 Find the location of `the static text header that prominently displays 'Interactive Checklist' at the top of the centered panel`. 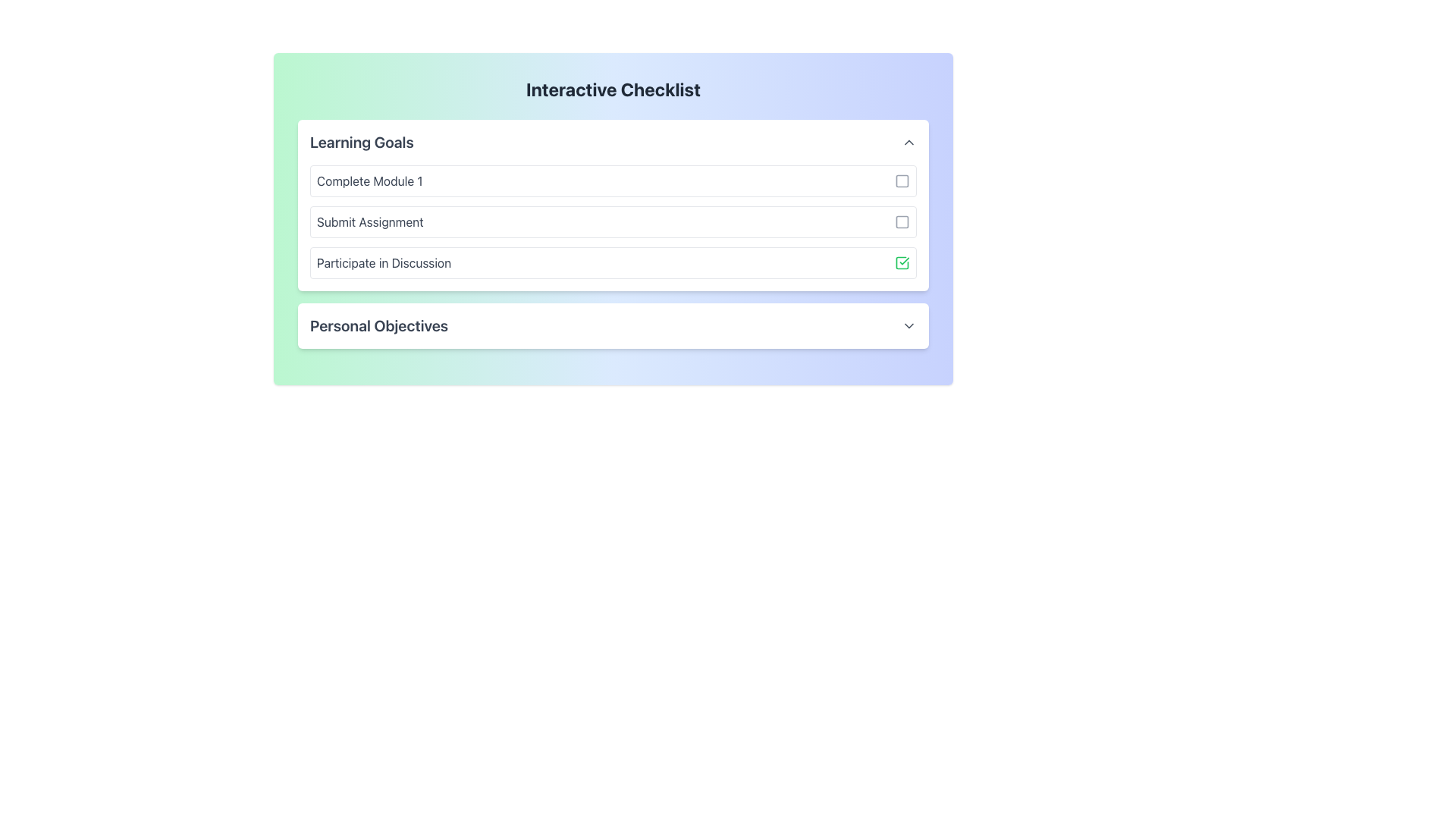

the static text header that prominently displays 'Interactive Checklist' at the top of the centered panel is located at coordinates (613, 89).